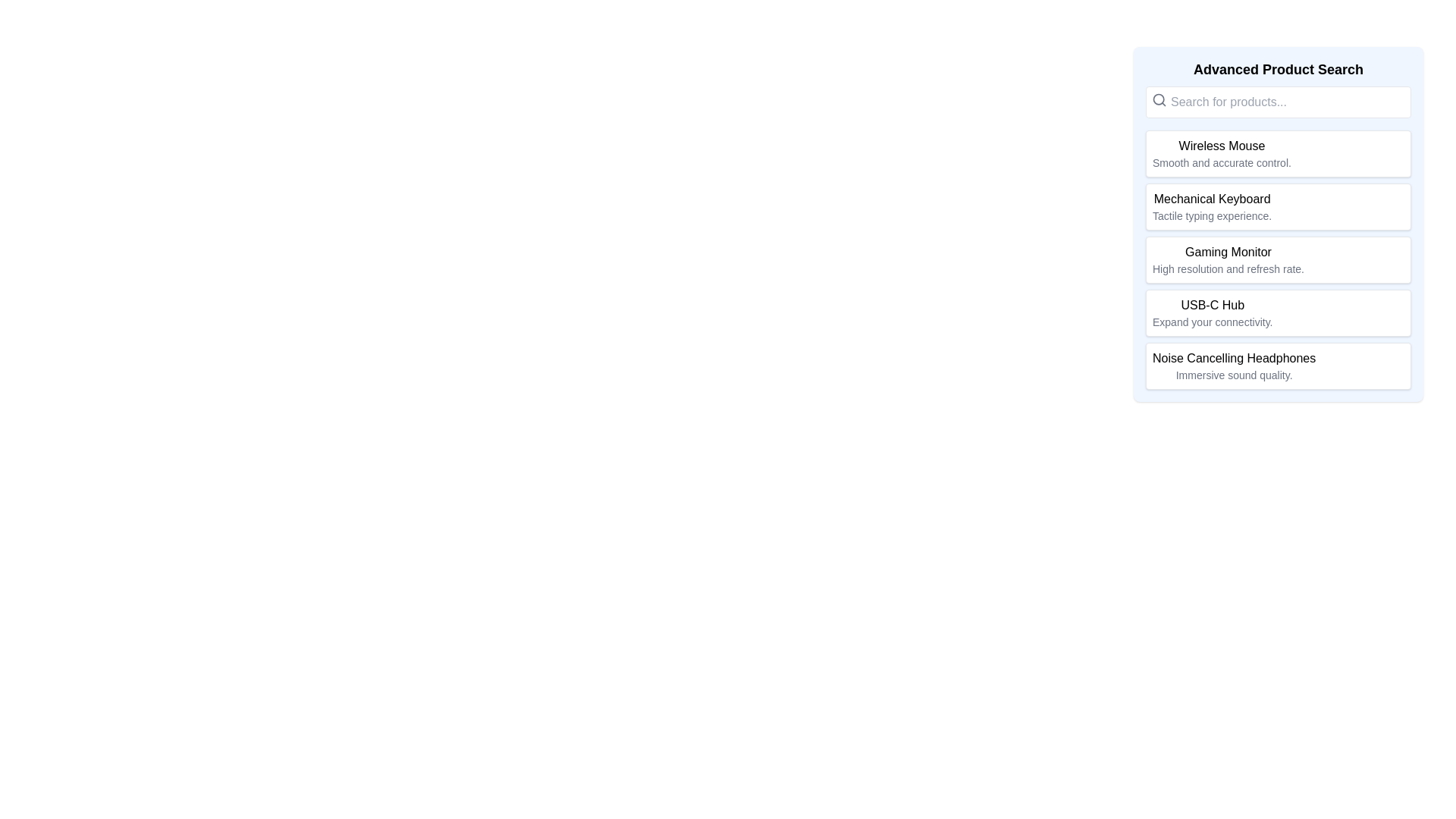 The height and width of the screenshot is (819, 1456). What do you see at coordinates (1212, 321) in the screenshot?
I see `the text label that says 'Expand your connectivity.' located under the title 'USB-C Hub' in the sidebar labeled 'Advanced Product Search'` at bounding box center [1212, 321].